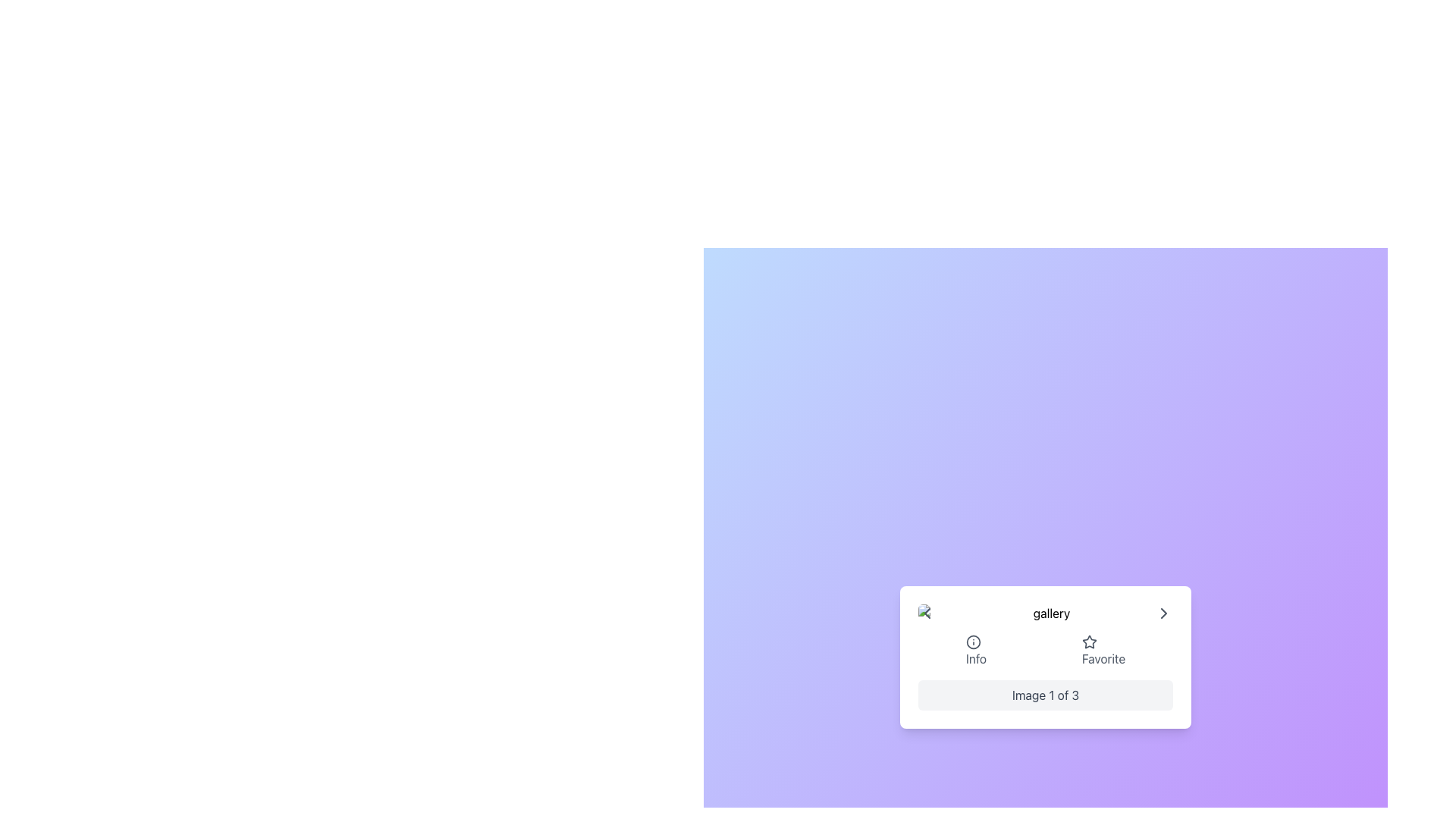  What do you see at coordinates (975, 651) in the screenshot?
I see `the Interactive Button with the information icon and 'Info' text` at bounding box center [975, 651].